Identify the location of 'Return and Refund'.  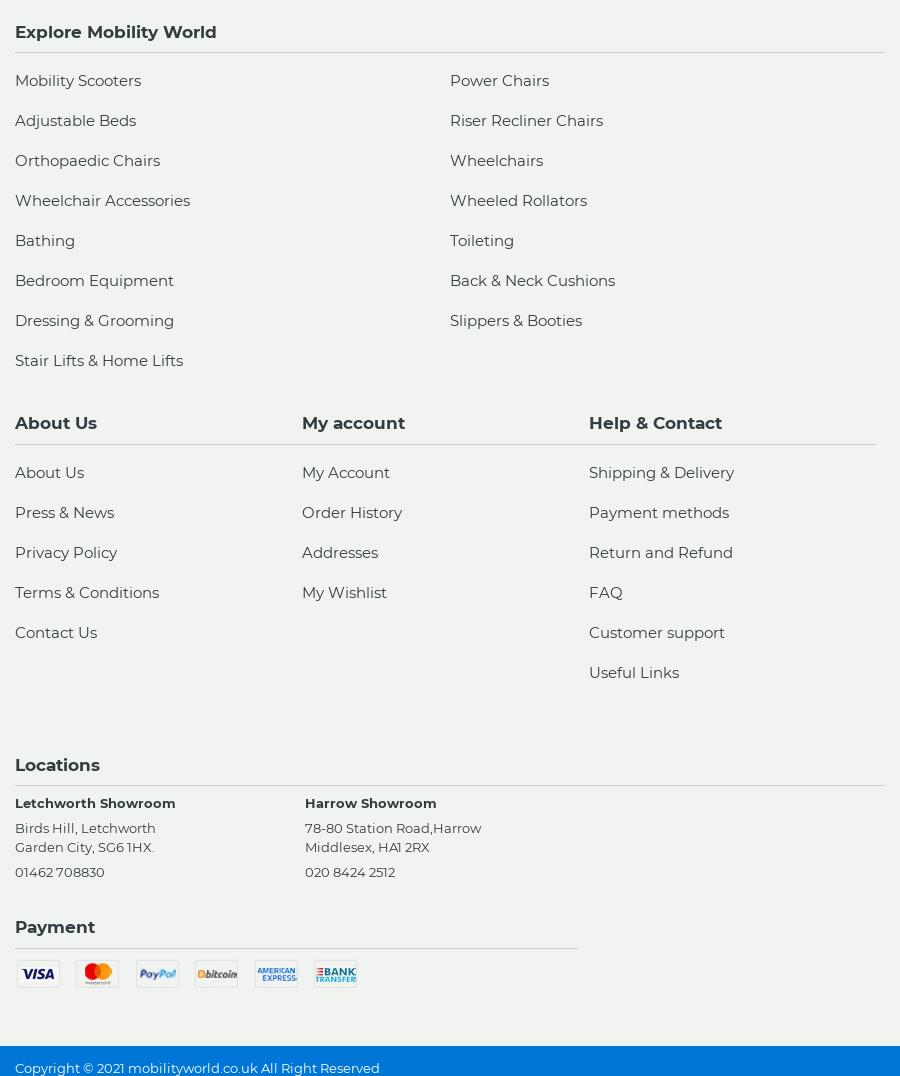
(588, 550).